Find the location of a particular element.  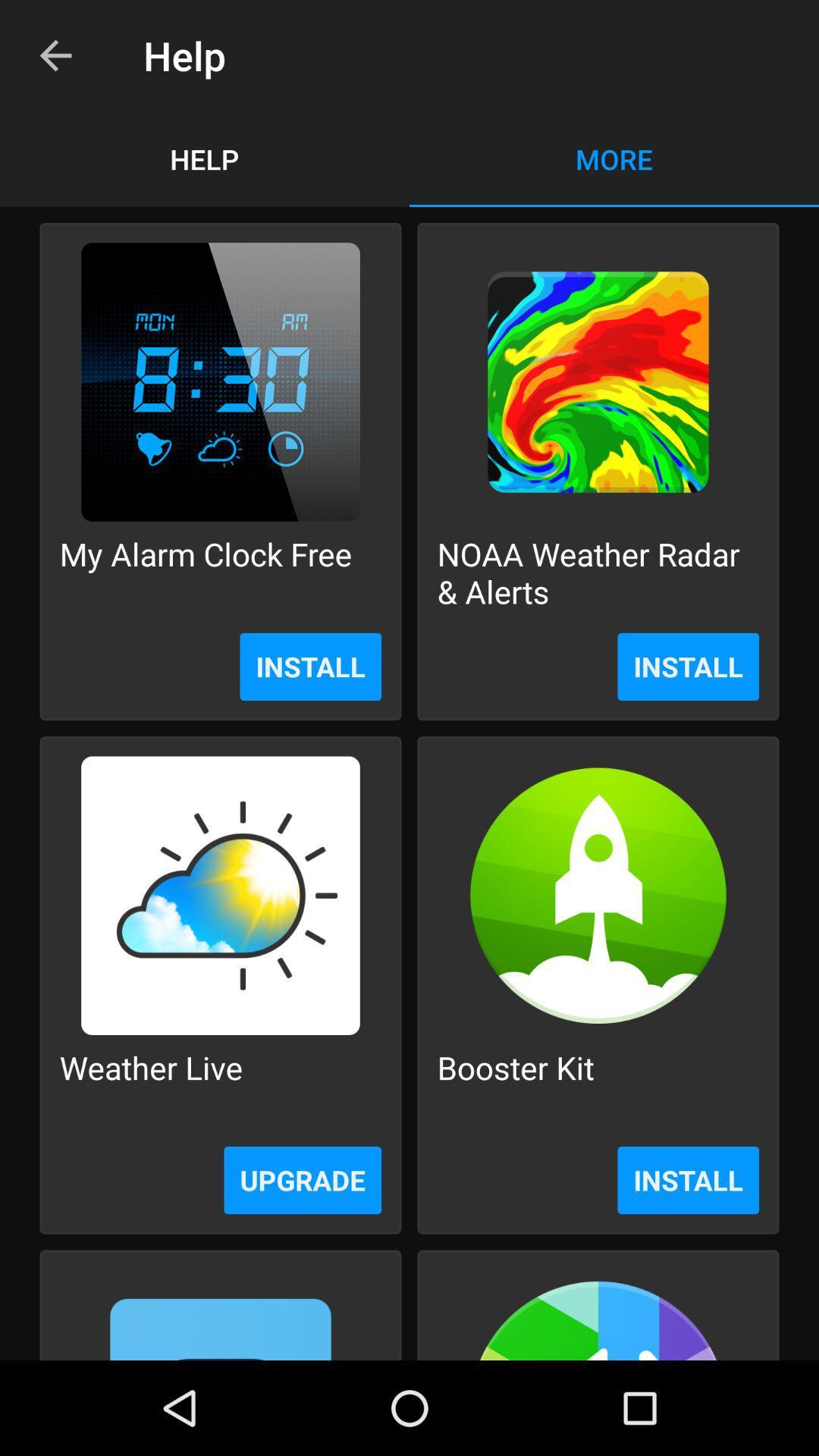

icon to the left of noaa weather radar icon is located at coordinates (206, 572).